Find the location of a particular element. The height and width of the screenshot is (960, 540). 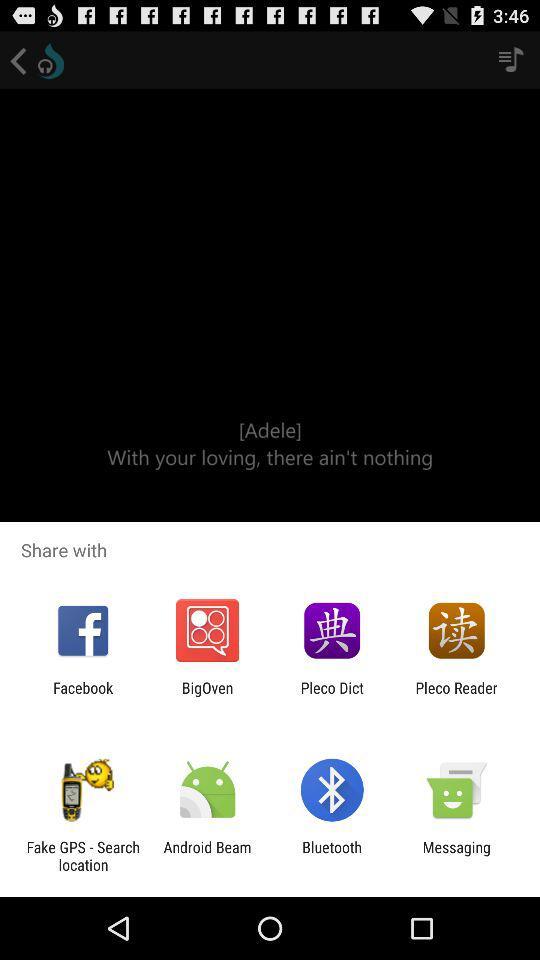

the icon next to facebook item is located at coordinates (206, 696).